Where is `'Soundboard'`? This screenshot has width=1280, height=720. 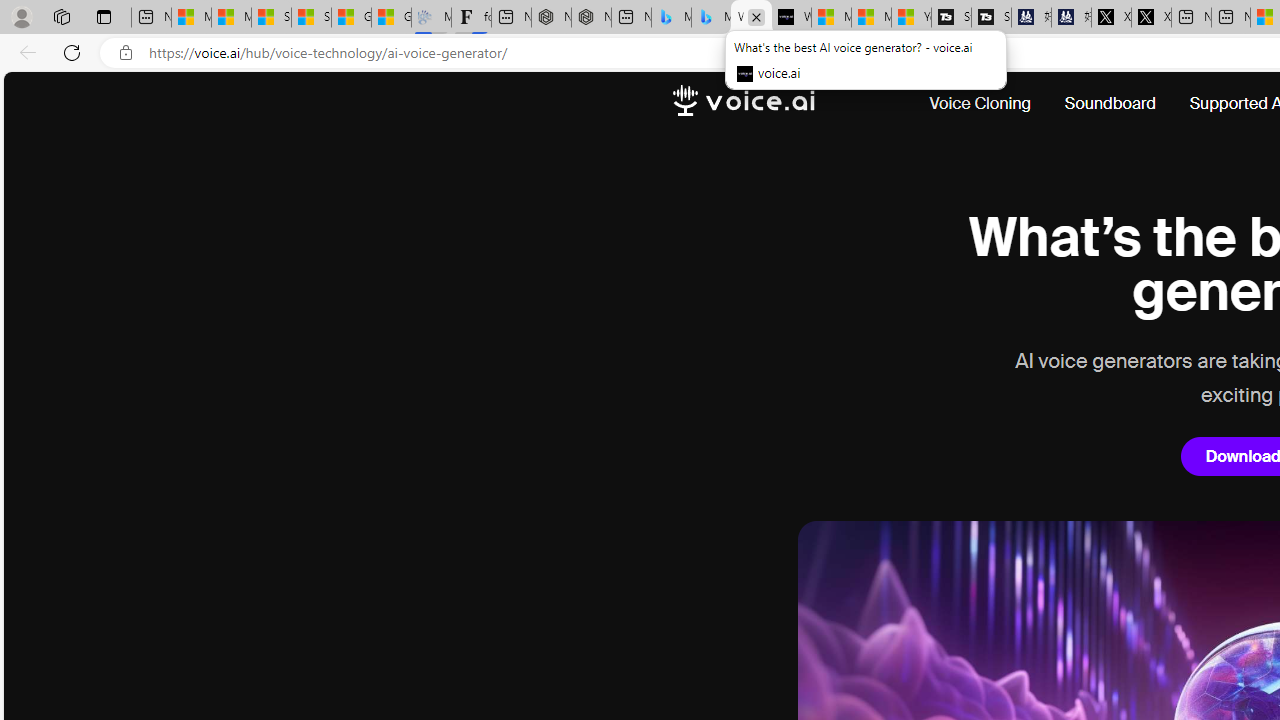 'Soundboard' is located at coordinates (1108, 104).